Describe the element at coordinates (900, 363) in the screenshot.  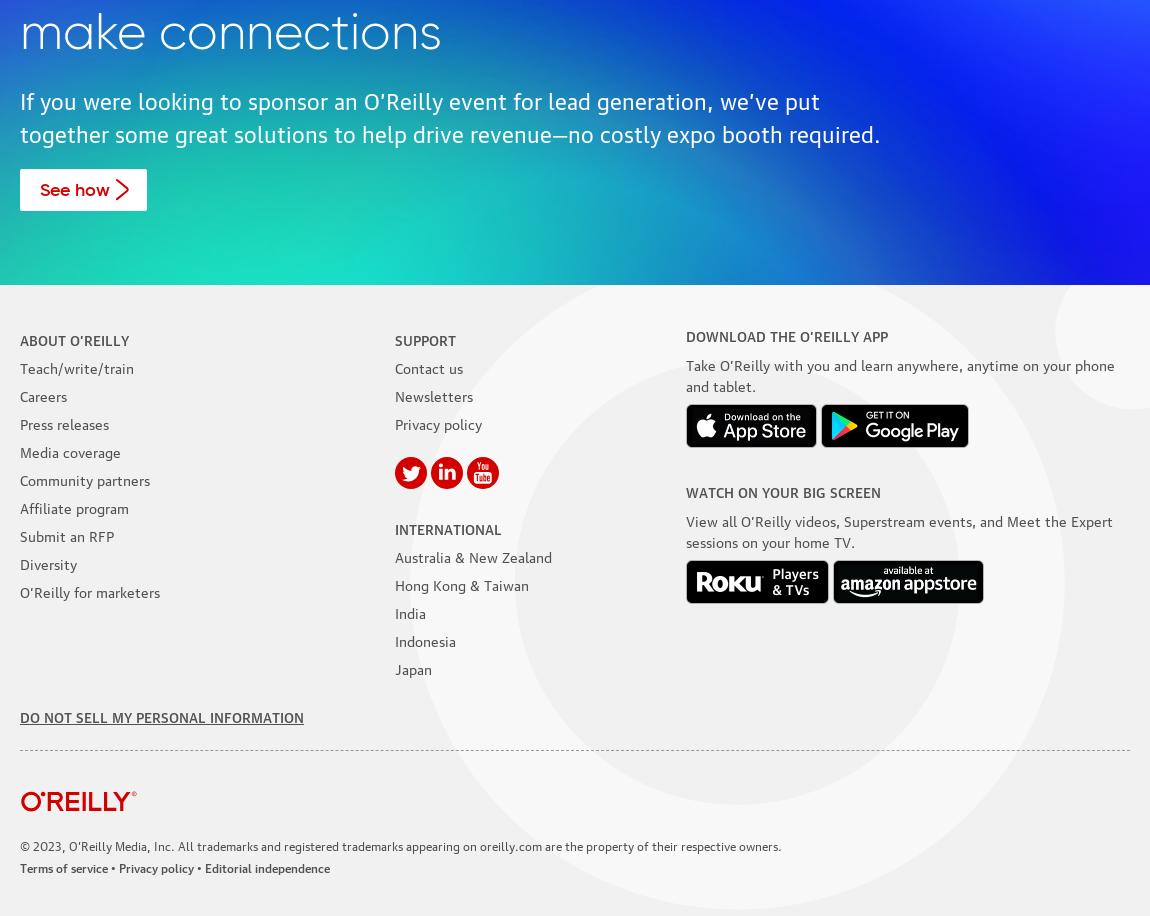
I see `'Take O’Reilly with you and learn anywhere, anytime on your phone'` at that location.